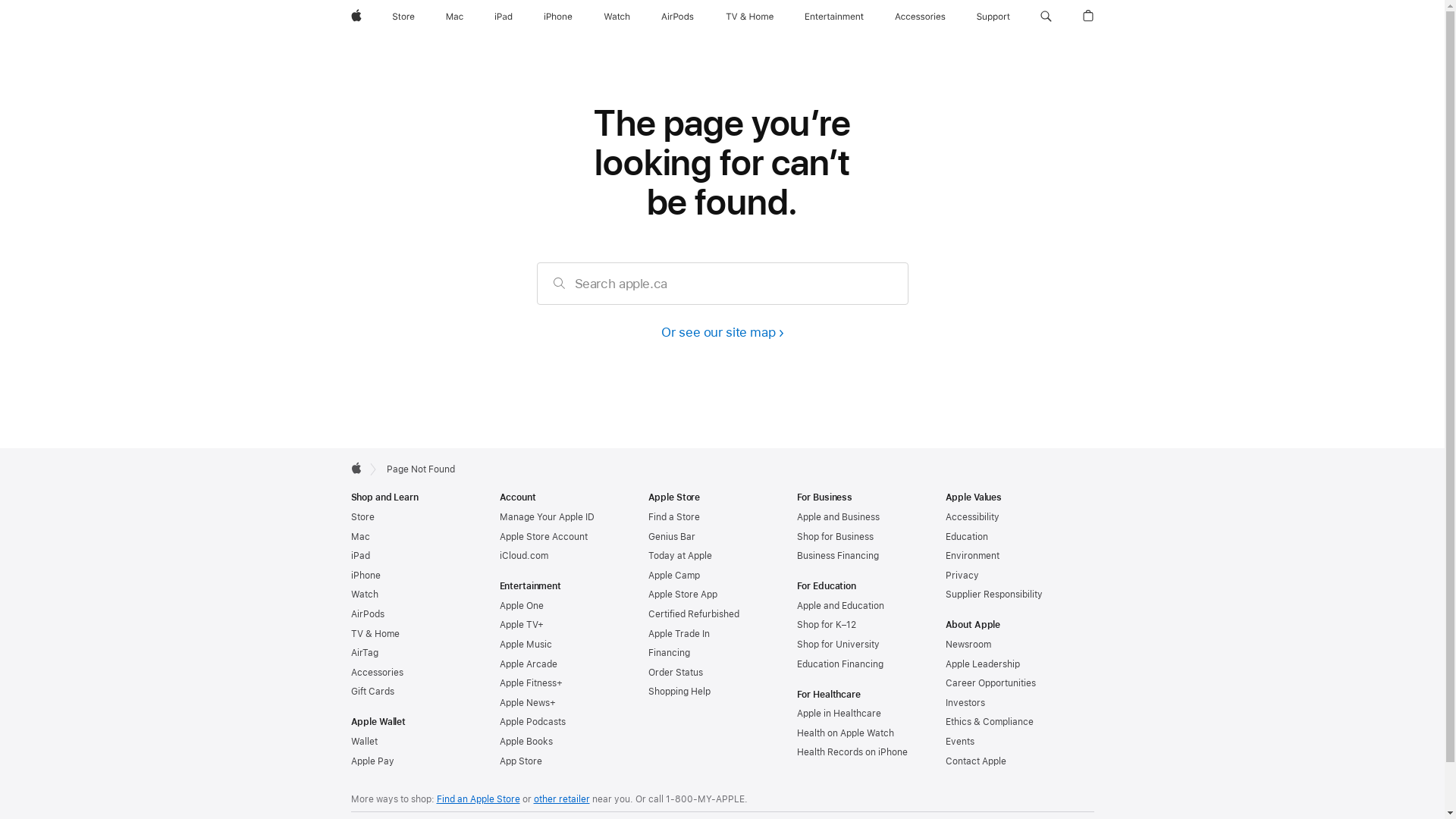  Describe the element at coordinates (989, 721) in the screenshot. I see `'Ethics & Compliance'` at that location.